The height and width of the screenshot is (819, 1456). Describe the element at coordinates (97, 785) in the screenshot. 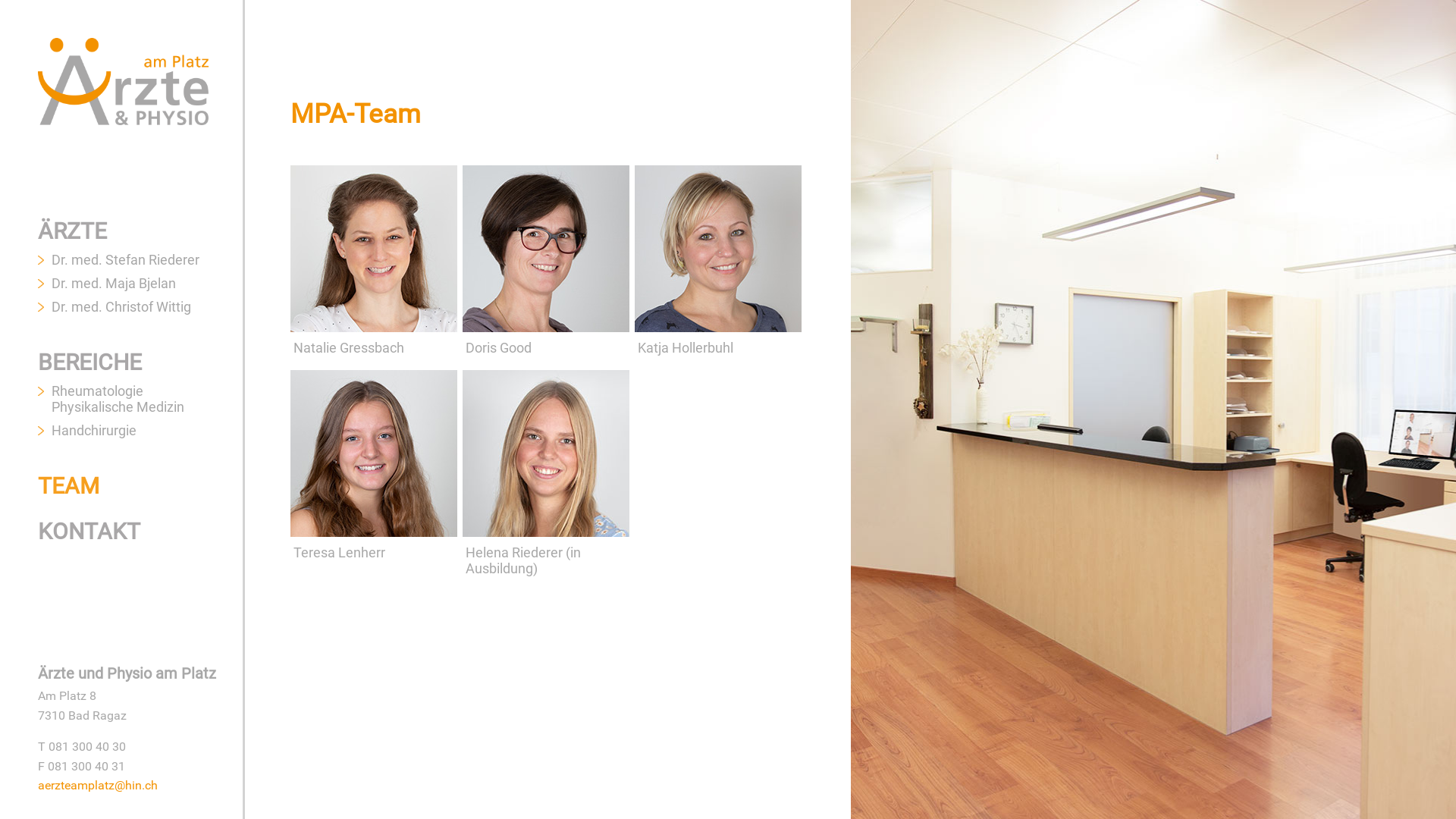

I see `'aerzteamplatz@hin.ch'` at that location.